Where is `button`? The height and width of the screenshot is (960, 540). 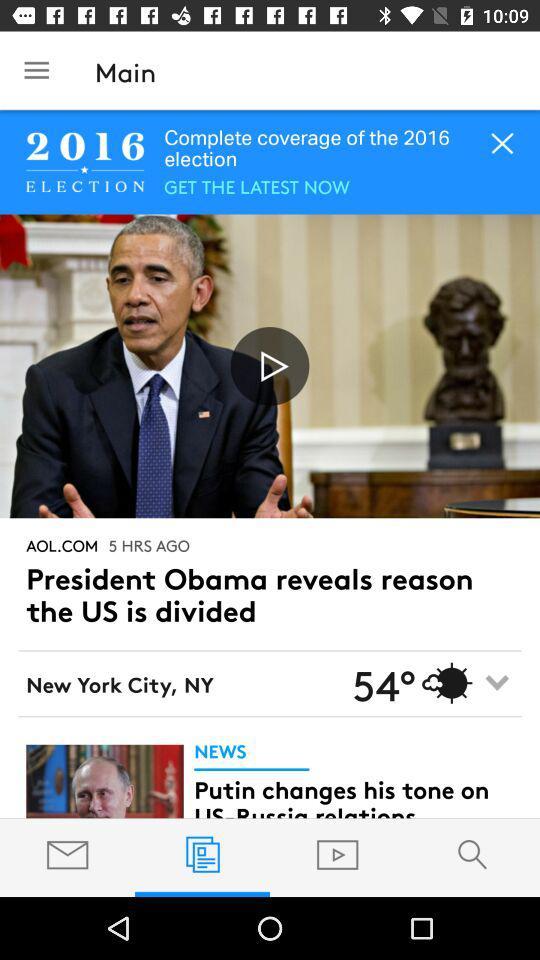
button is located at coordinates (270, 365).